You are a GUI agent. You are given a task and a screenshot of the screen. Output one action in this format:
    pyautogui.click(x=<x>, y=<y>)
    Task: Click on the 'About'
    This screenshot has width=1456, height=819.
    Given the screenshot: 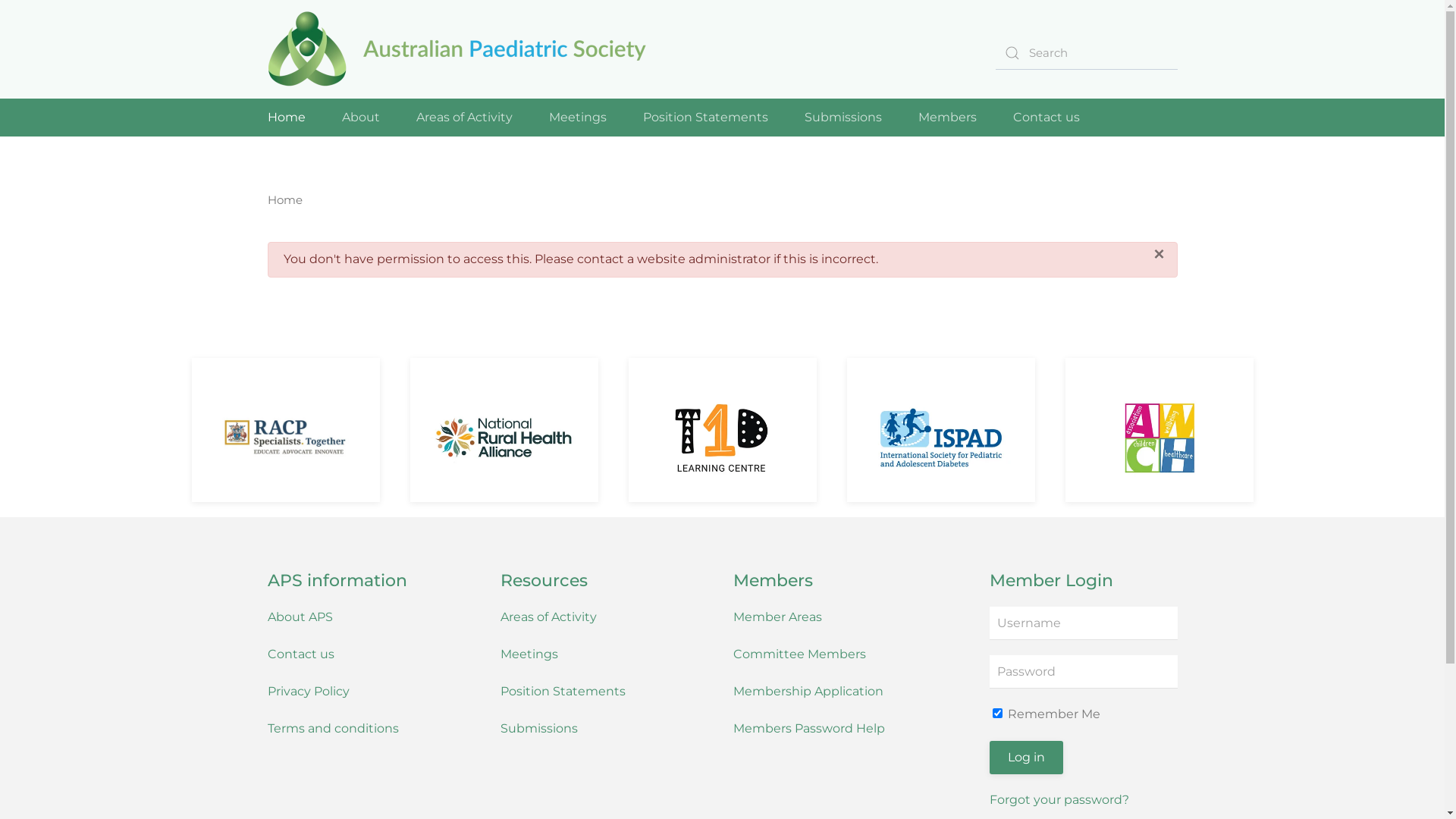 What is the action you would take?
    pyautogui.click(x=359, y=116)
    